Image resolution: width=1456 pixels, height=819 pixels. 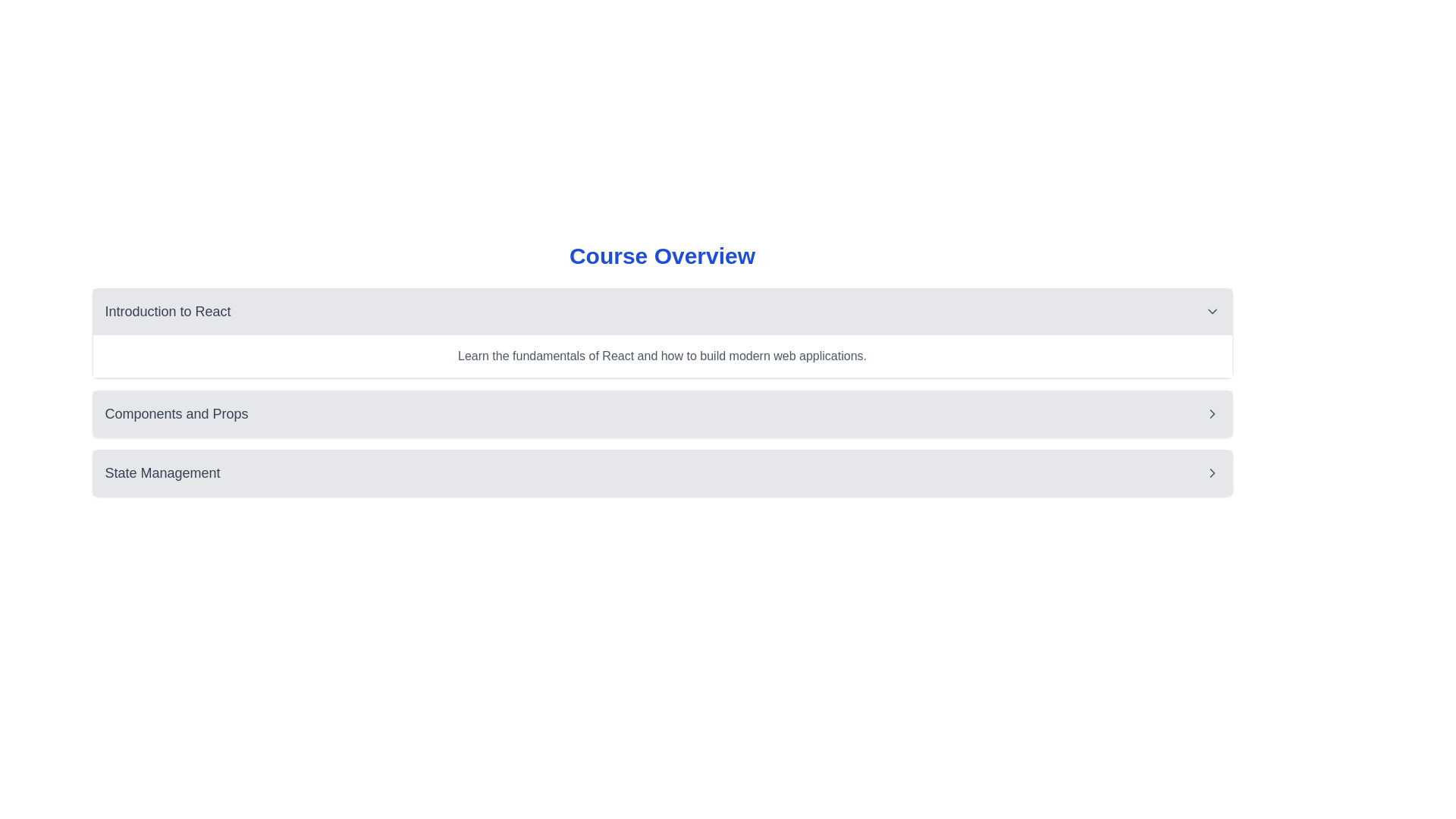 What do you see at coordinates (662, 356) in the screenshot?
I see `the Text Label that provides a brief description of the topic 'Introduction to React', located in the collapsible section of the 'Course Overview'` at bounding box center [662, 356].